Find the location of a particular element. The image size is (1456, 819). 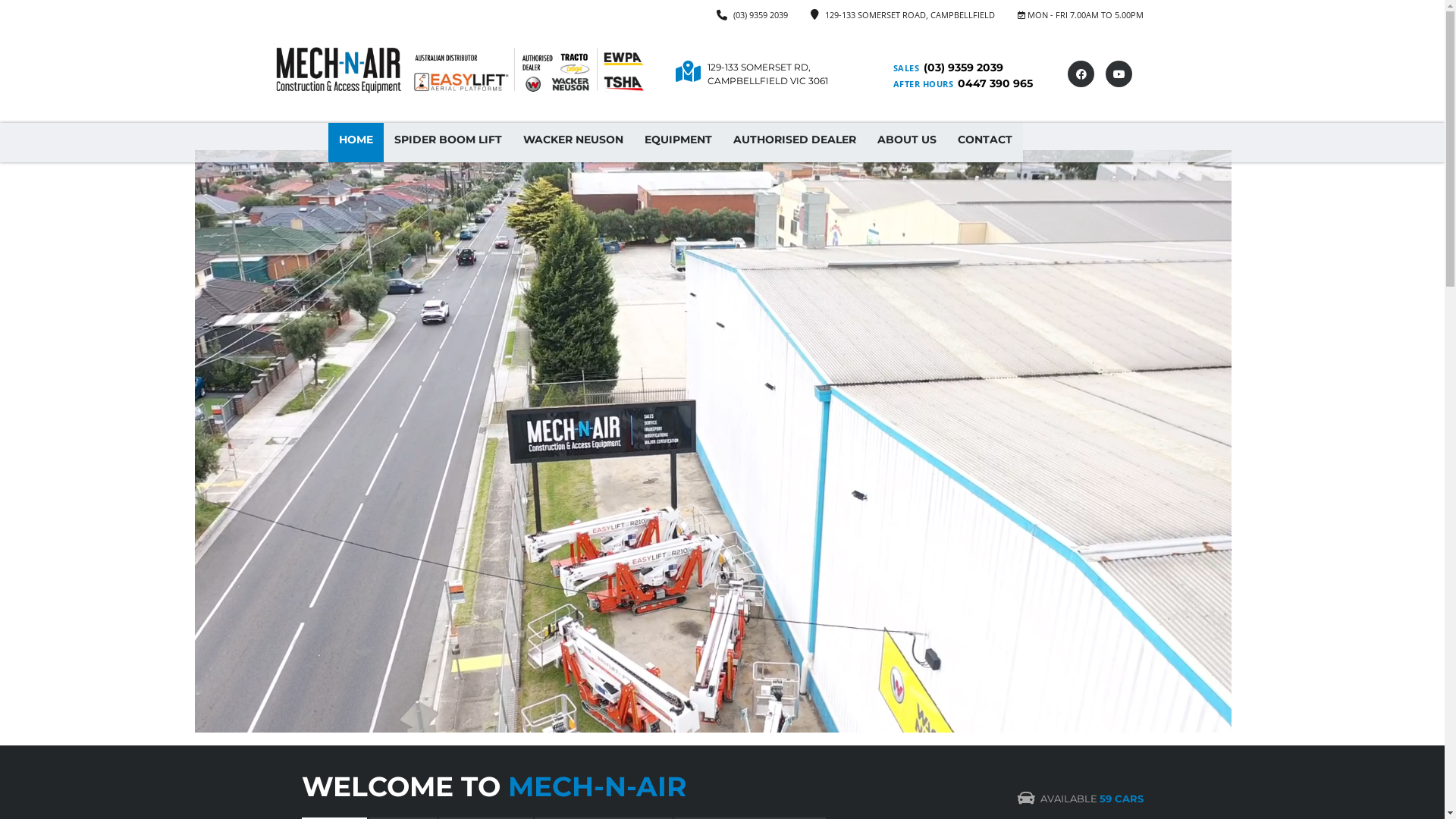

'CONTACT' is located at coordinates (984, 143).